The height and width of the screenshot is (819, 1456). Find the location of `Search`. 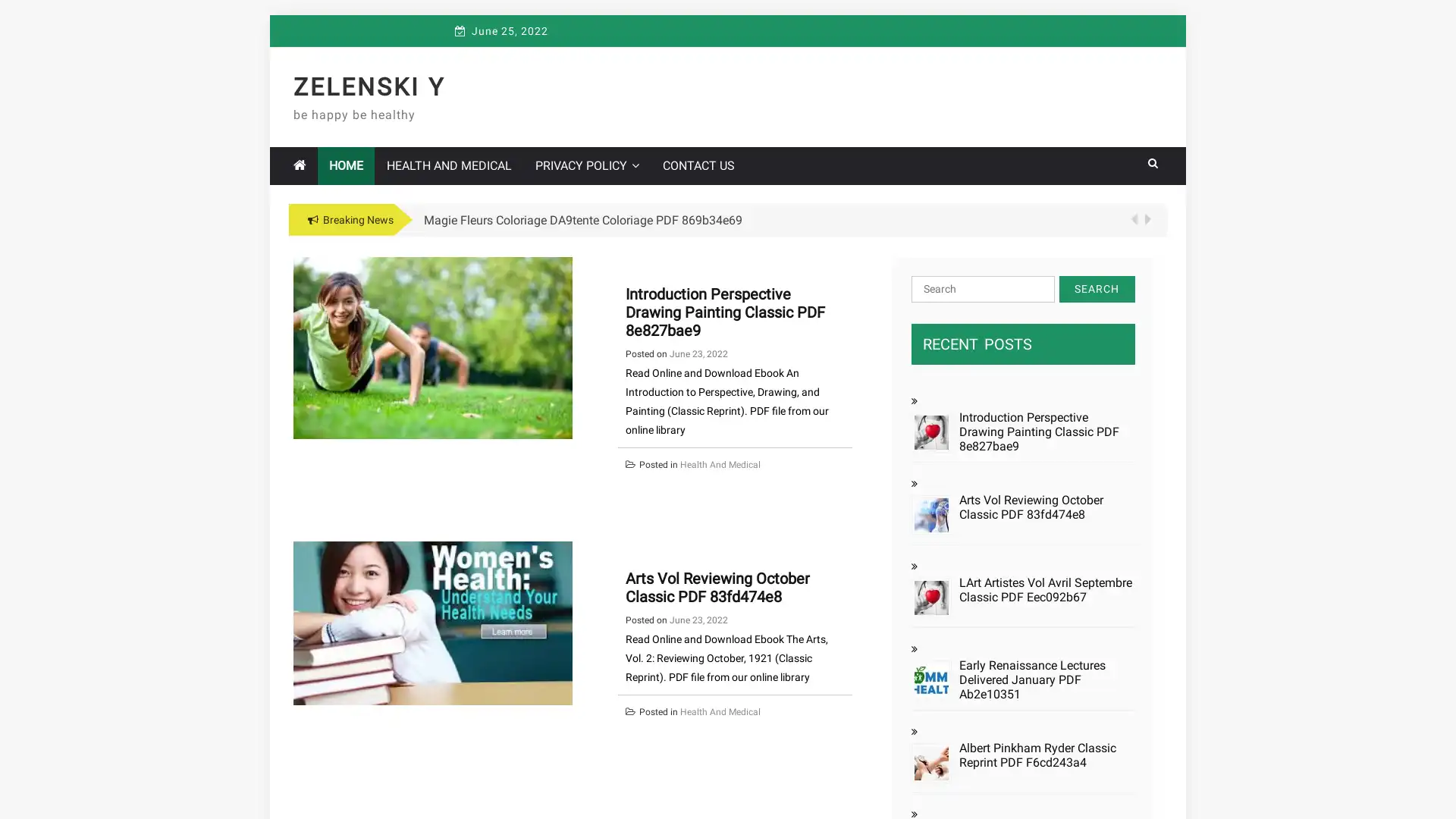

Search is located at coordinates (1096, 288).